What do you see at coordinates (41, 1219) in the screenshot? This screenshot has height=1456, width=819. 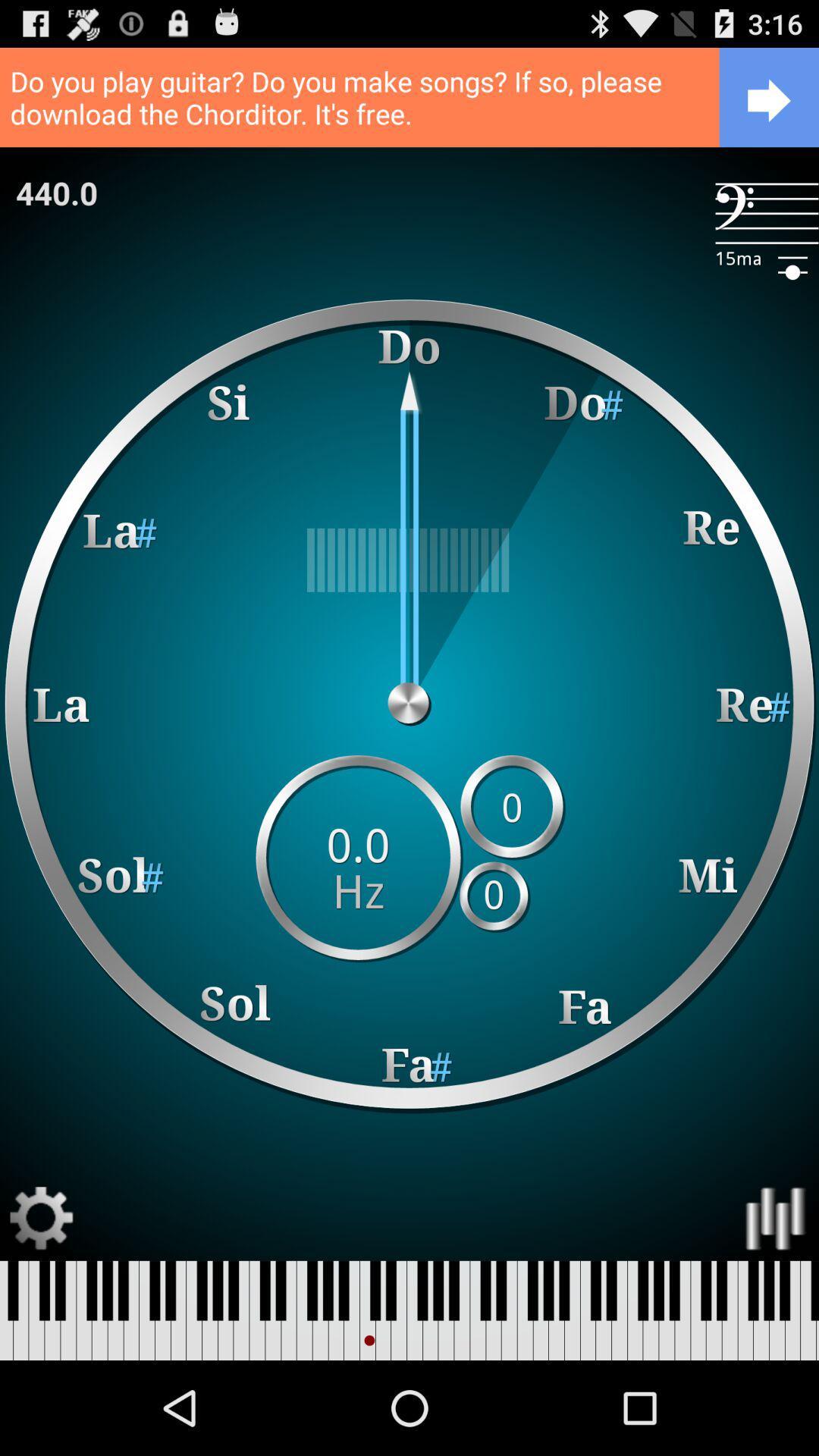 I see `adjust settings` at bounding box center [41, 1219].